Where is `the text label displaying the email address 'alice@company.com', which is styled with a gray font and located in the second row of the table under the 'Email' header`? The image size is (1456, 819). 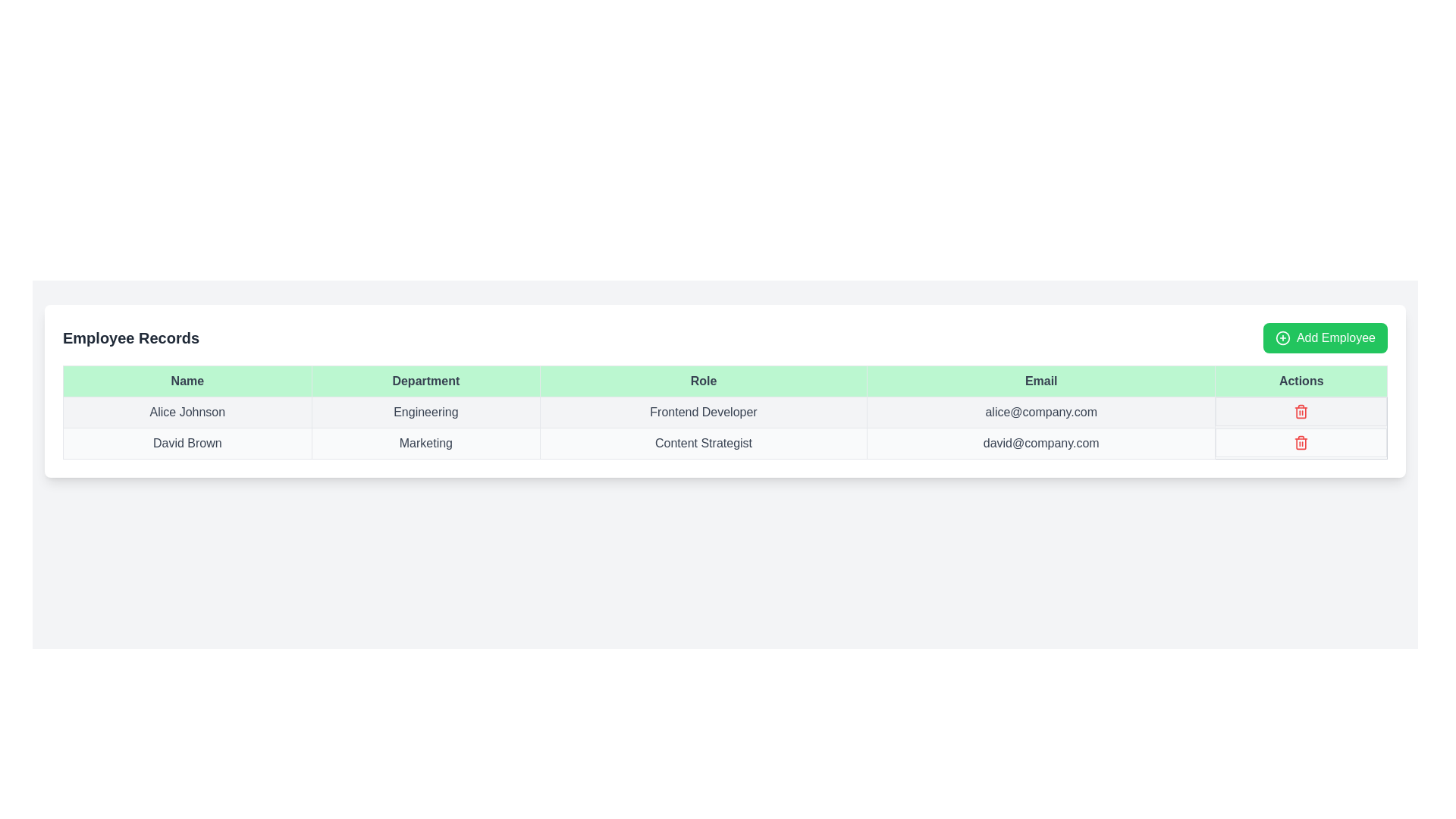 the text label displaying the email address 'alice@company.com', which is styled with a gray font and located in the second row of the table under the 'Email' header is located at coordinates (1040, 412).